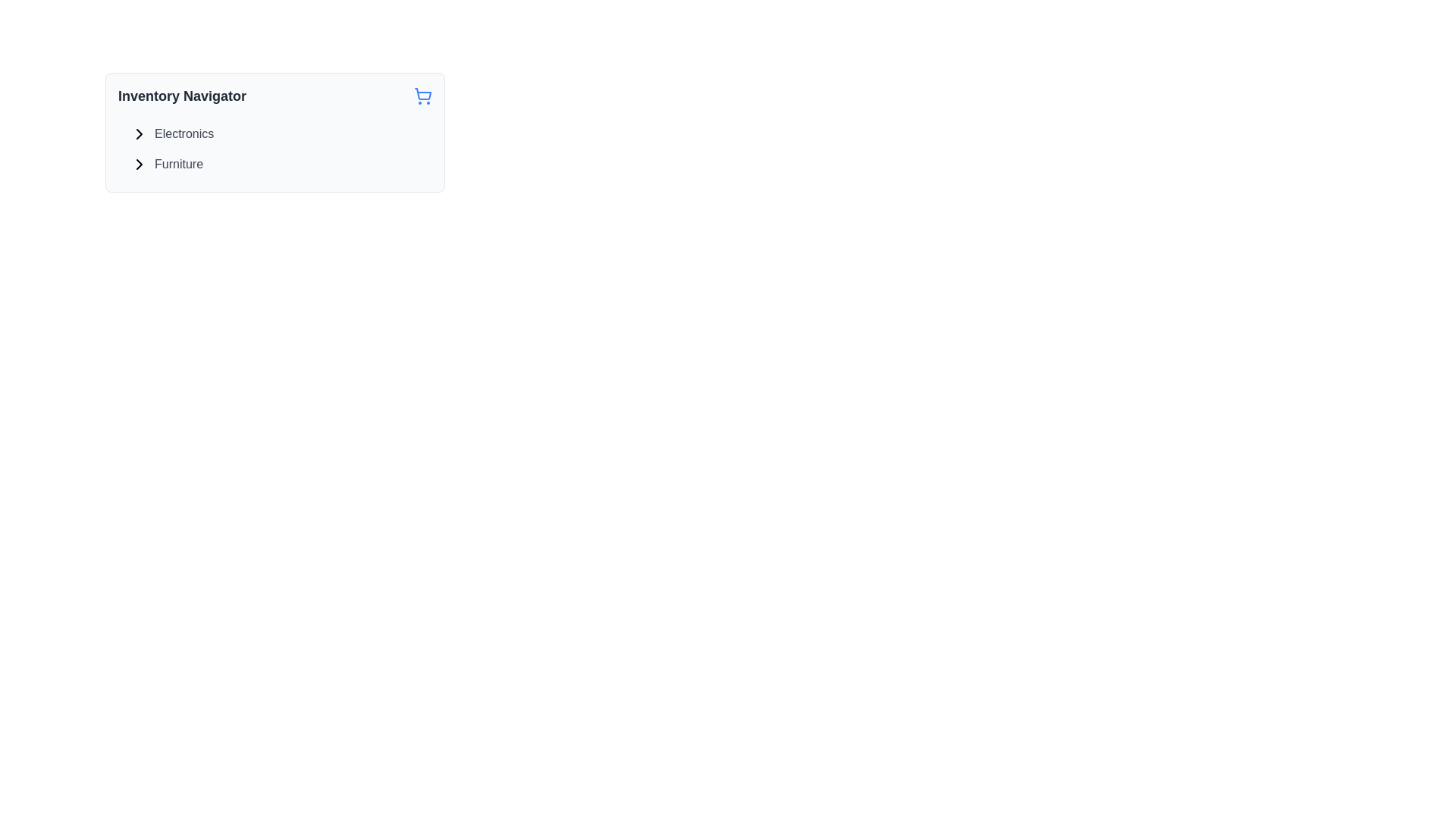 This screenshot has width=1456, height=819. Describe the element at coordinates (139, 133) in the screenshot. I see `the chevron right arrow icon` at that location.